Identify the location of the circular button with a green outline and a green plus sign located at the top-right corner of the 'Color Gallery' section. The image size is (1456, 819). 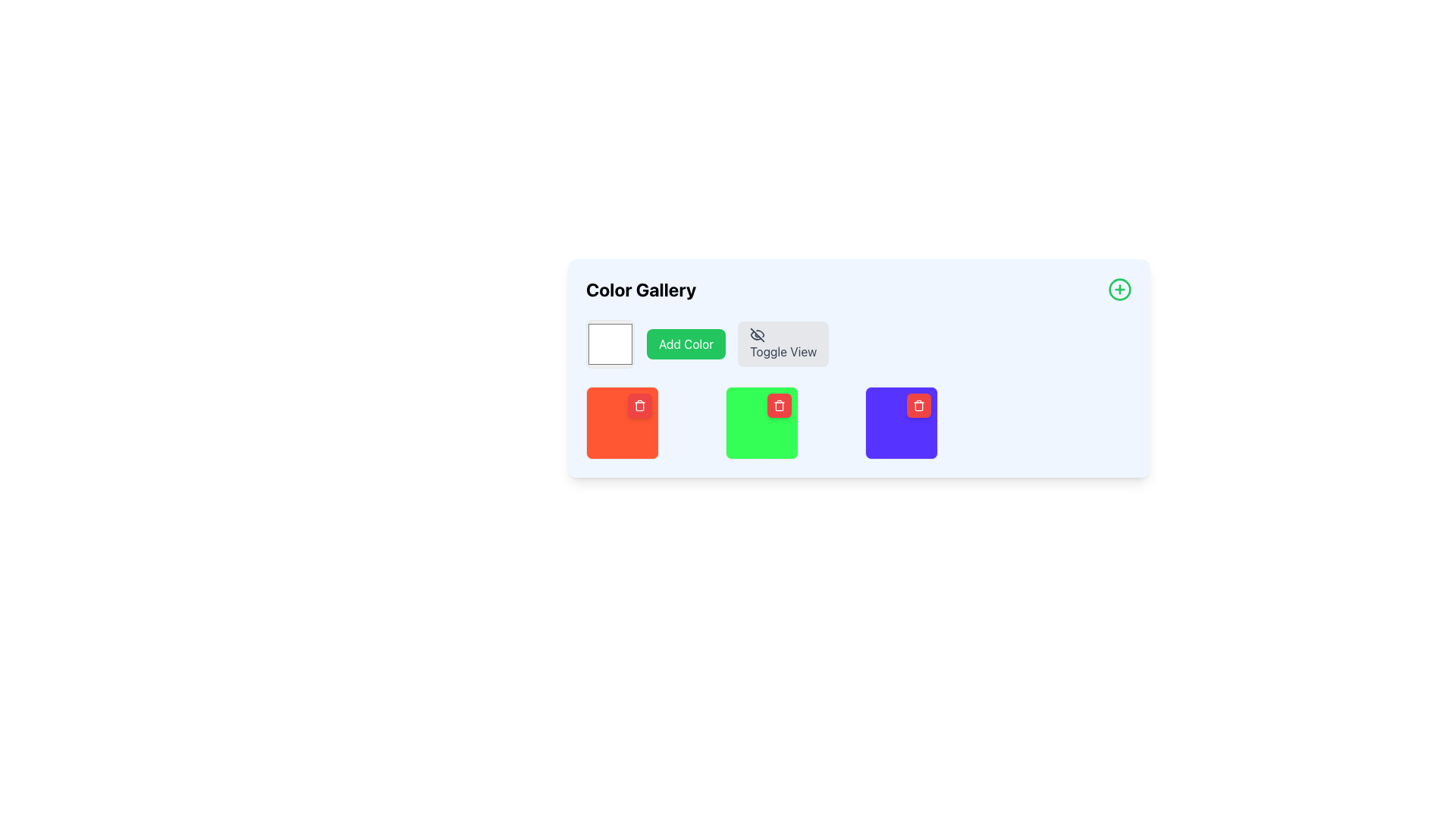
(1120, 289).